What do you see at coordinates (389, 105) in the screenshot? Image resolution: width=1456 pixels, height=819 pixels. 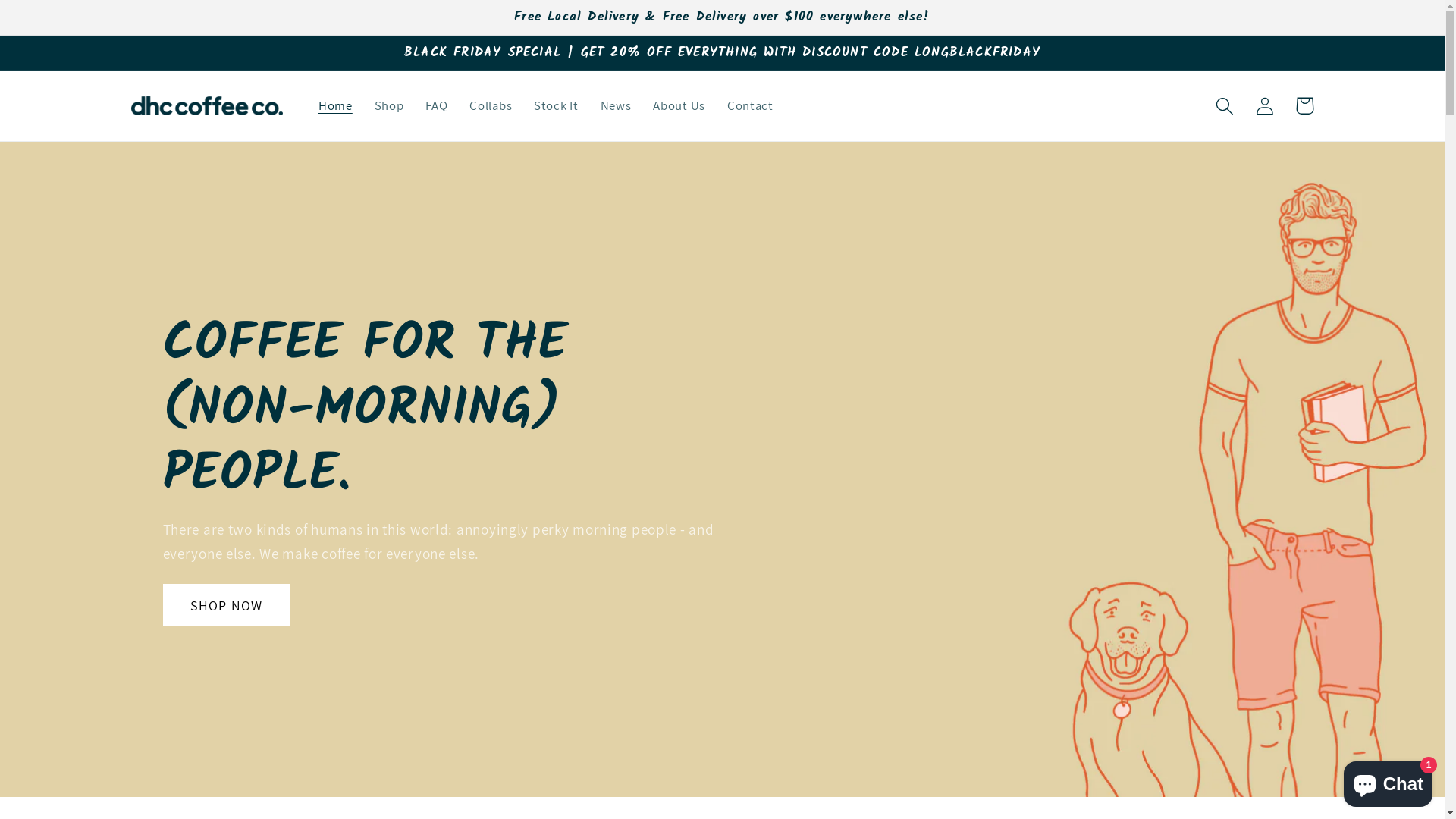 I see `'Shop'` at bounding box center [389, 105].